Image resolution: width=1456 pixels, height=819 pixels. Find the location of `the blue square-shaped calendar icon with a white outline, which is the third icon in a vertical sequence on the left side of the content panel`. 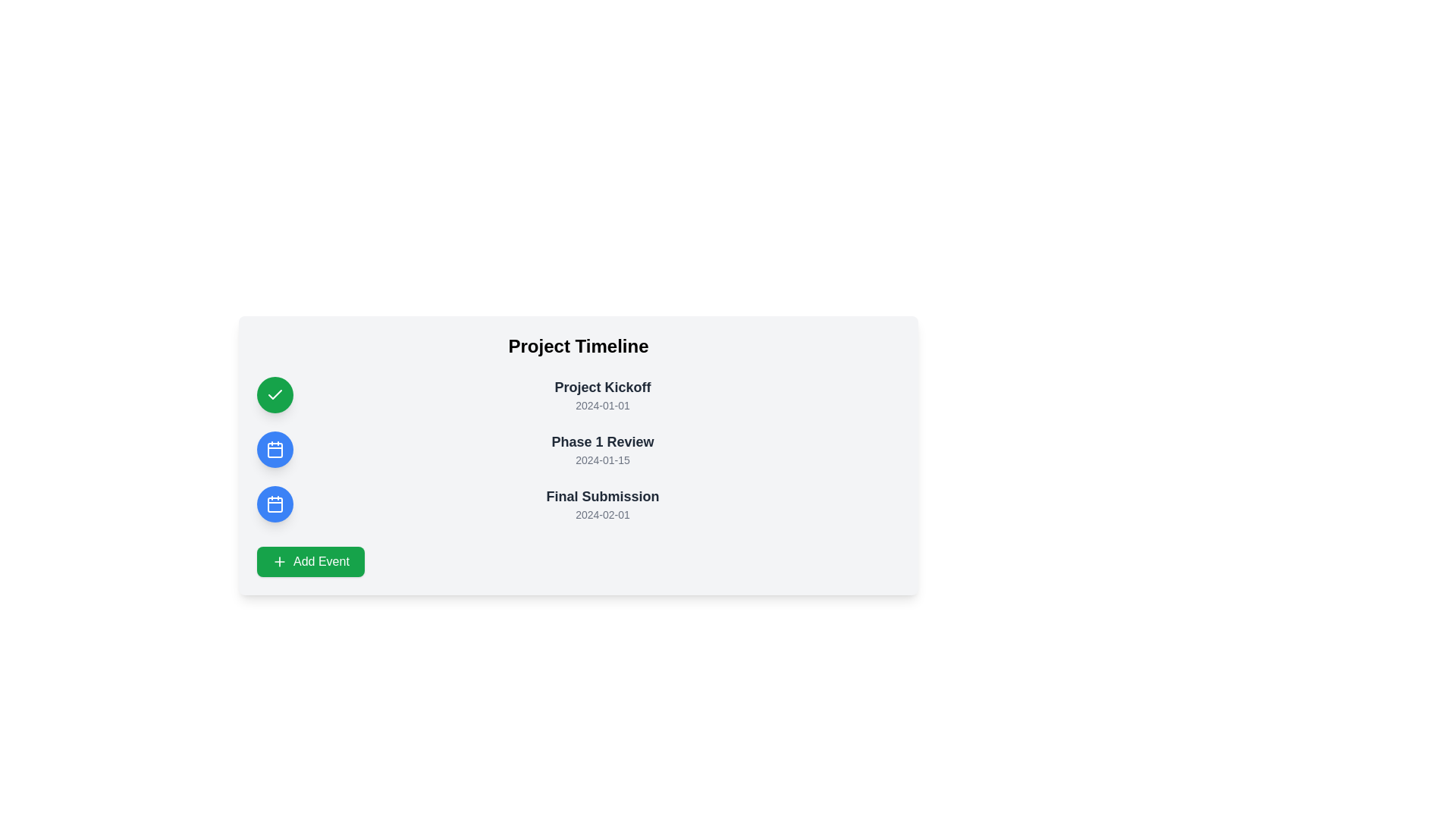

the blue square-shaped calendar icon with a white outline, which is the third icon in a vertical sequence on the left side of the content panel is located at coordinates (275, 504).